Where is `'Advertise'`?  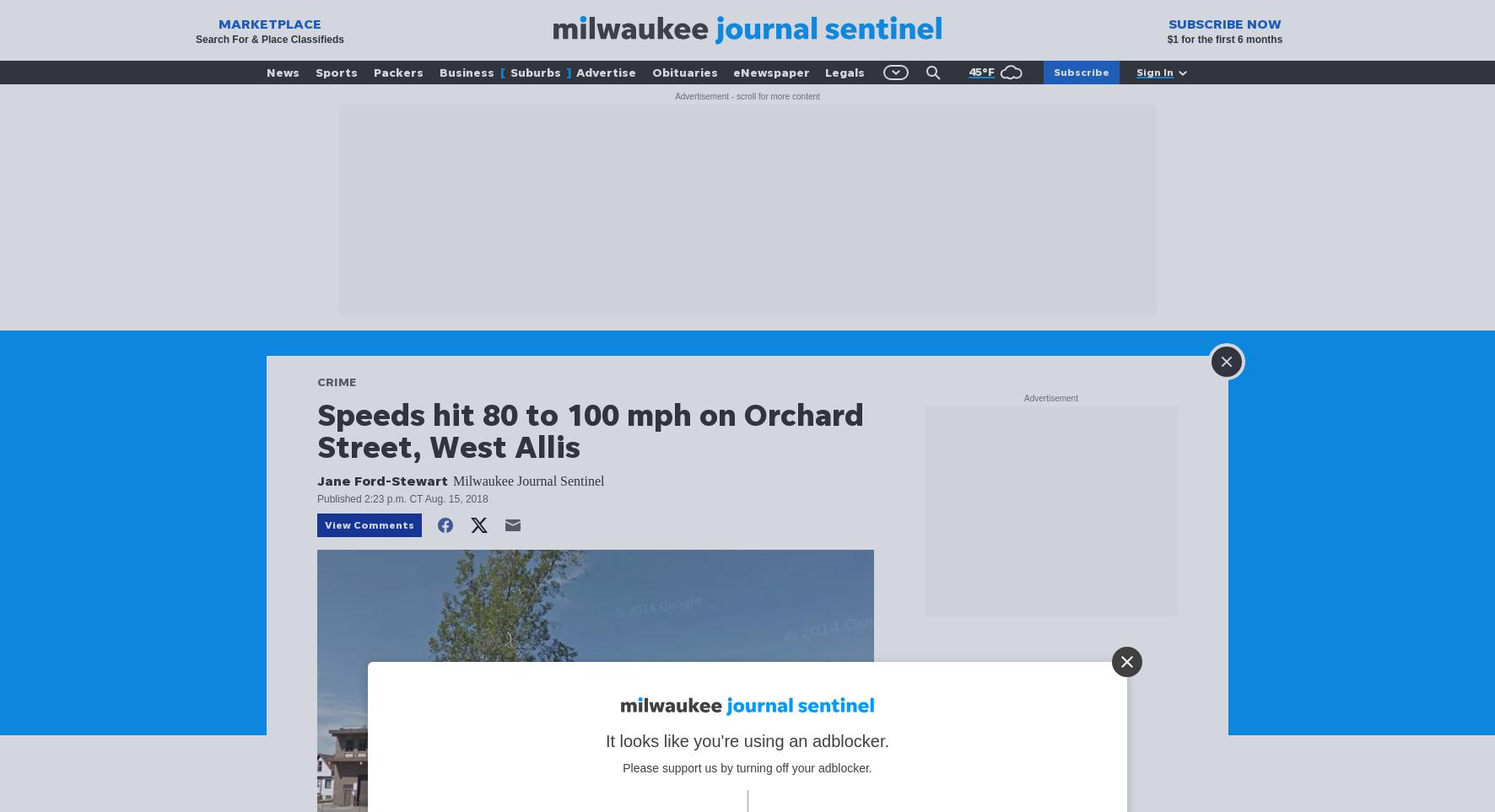 'Advertise' is located at coordinates (605, 72).